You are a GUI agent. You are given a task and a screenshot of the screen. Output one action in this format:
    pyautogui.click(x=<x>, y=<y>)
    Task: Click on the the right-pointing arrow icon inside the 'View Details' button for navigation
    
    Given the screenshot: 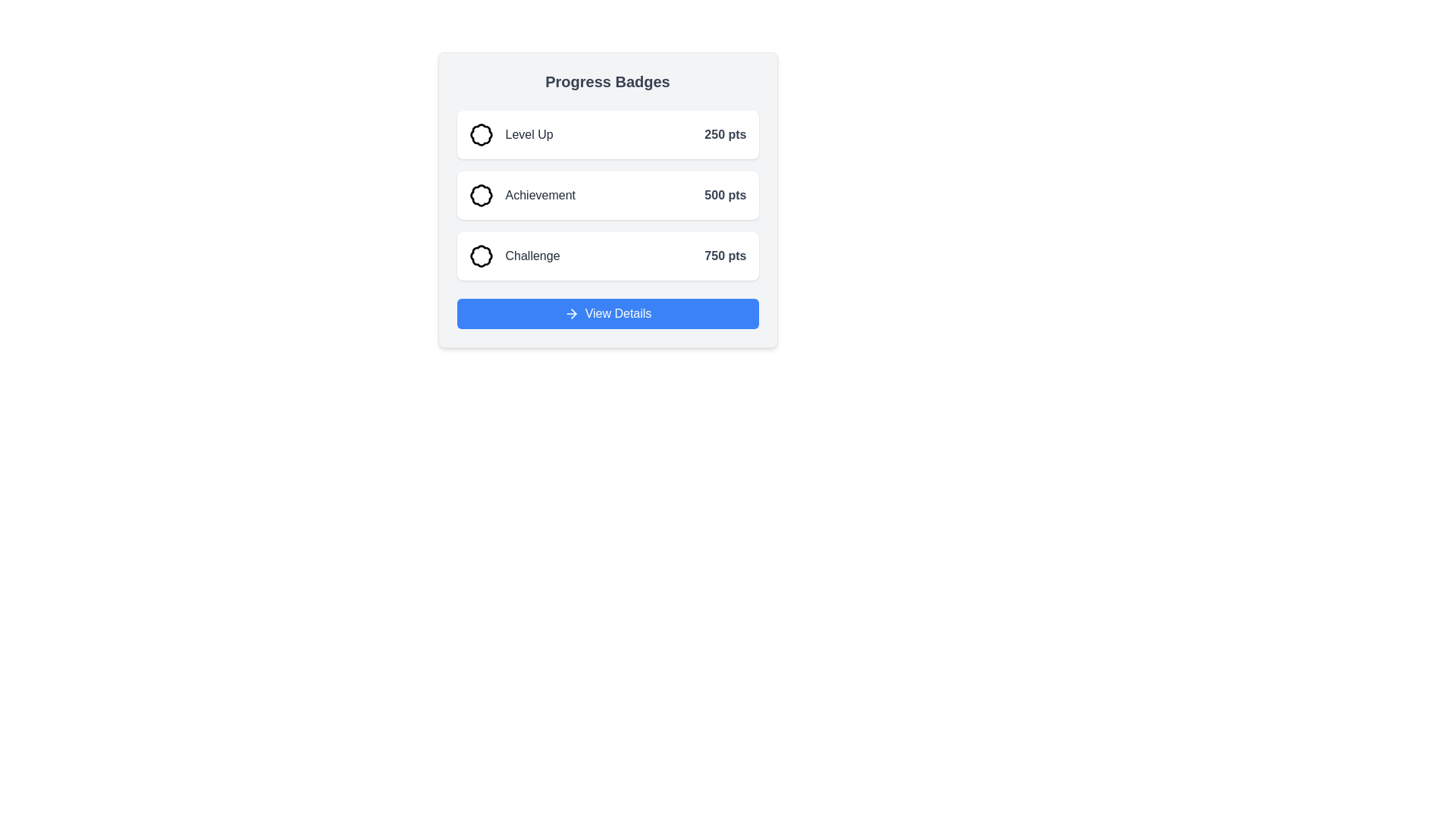 What is the action you would take?
    pyautogui.click(x=573, y=312)
    